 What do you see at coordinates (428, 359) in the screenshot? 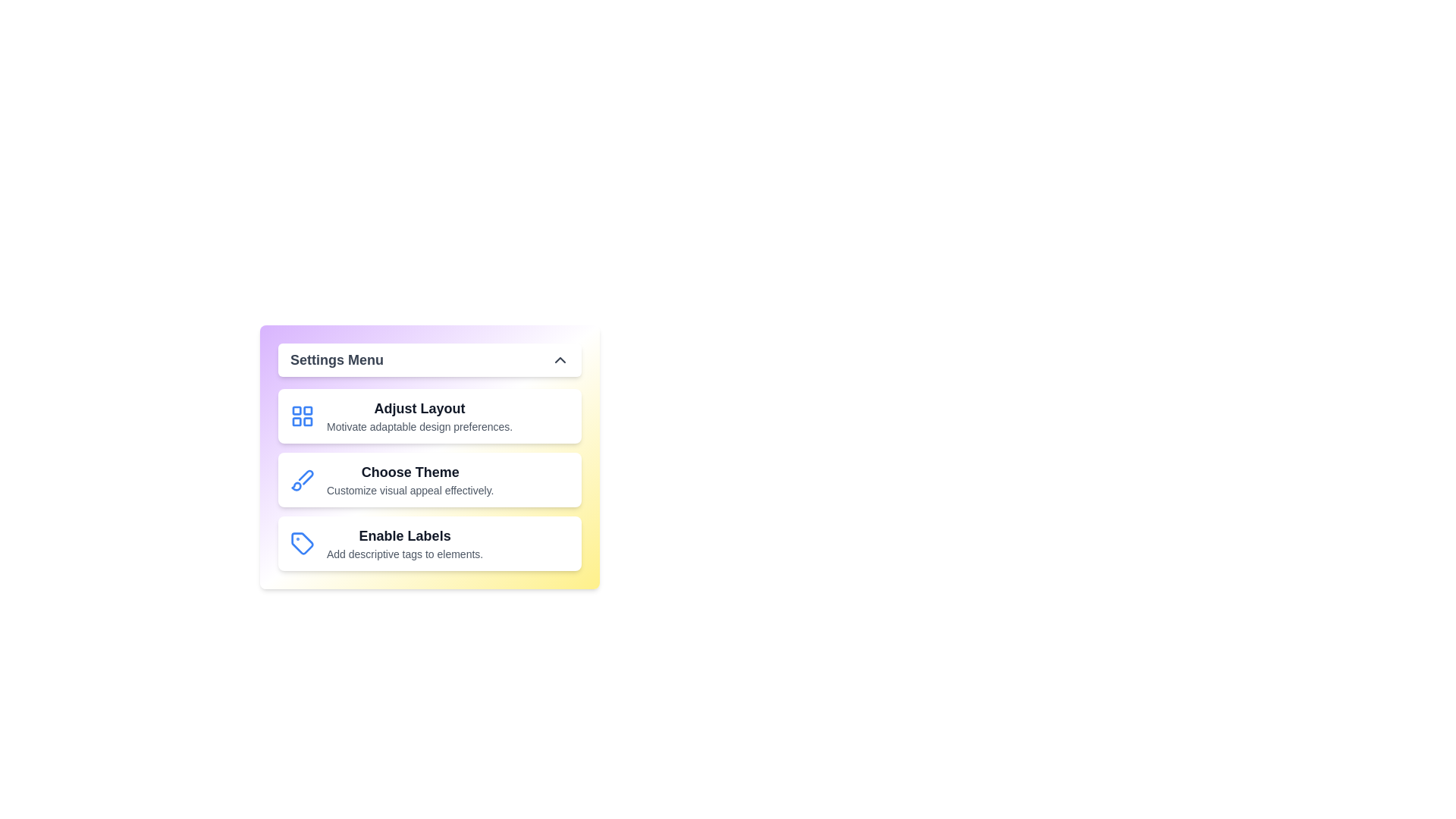
I see `the 'Settings Menu' header to toggle the visibility of the menu` at bounding box center [428, 359].